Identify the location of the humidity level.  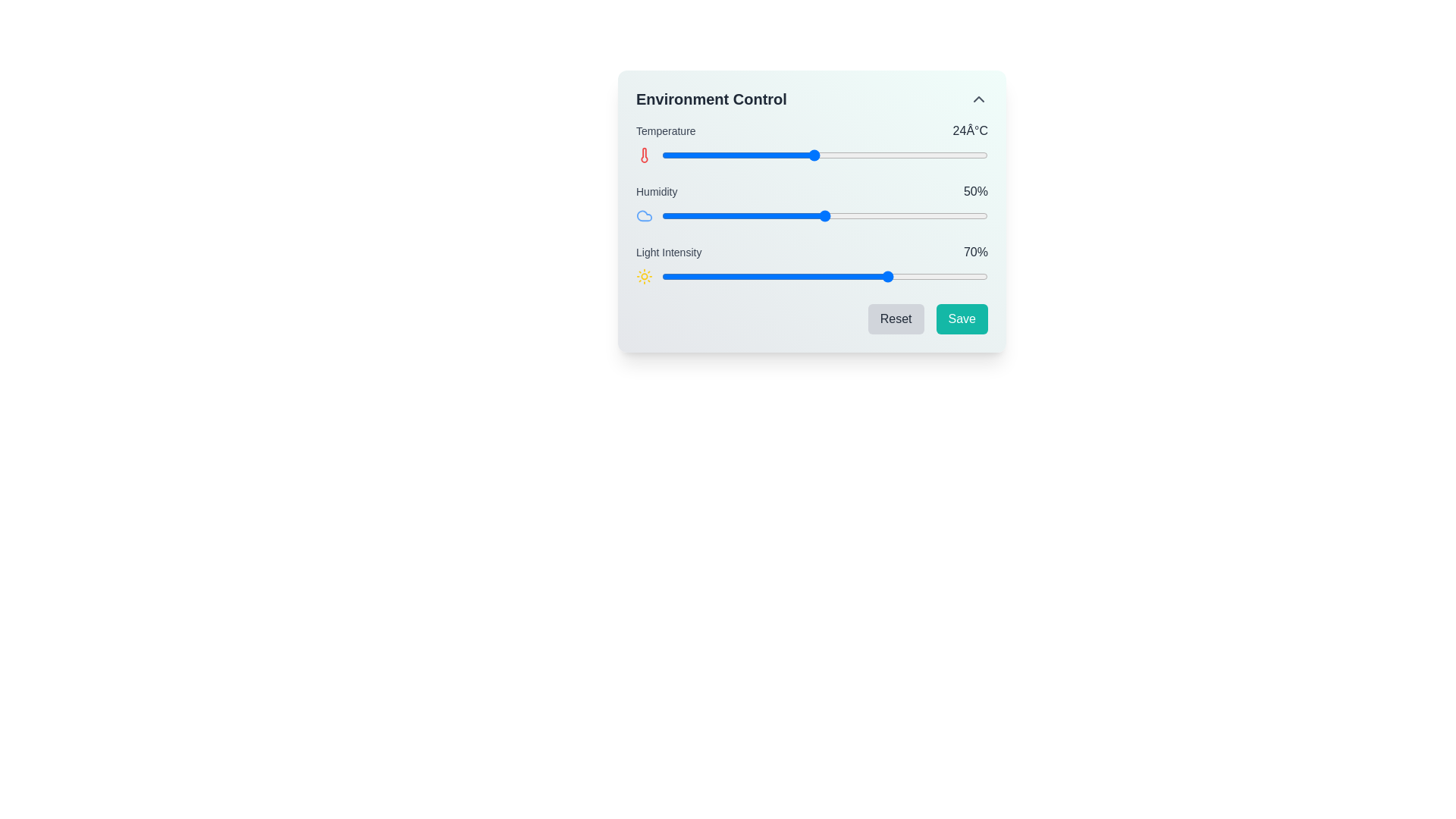
(978, 216).